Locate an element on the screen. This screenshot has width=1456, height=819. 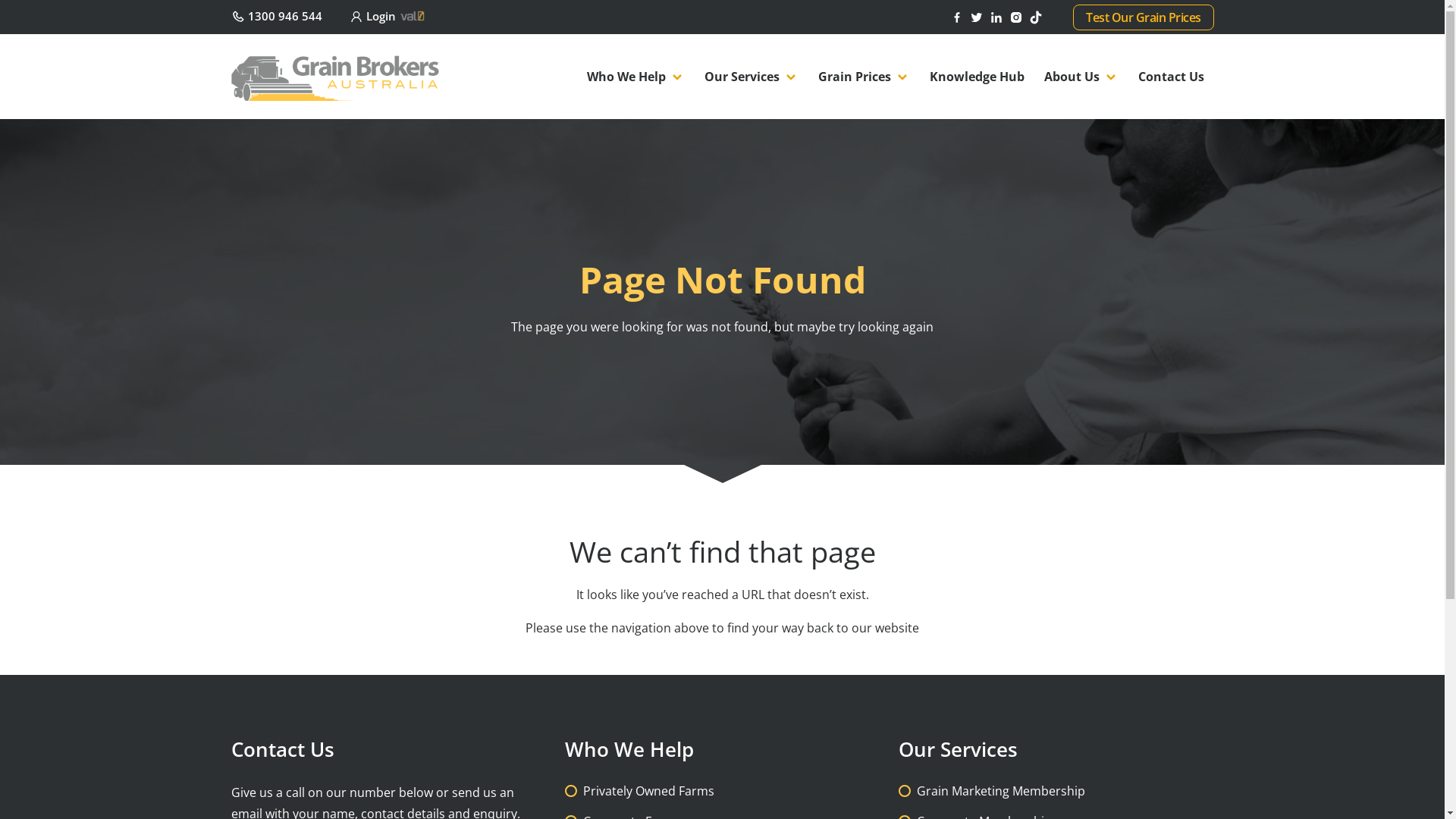
'Test Our Grain Prices' is located at coordinates (1143, 17).